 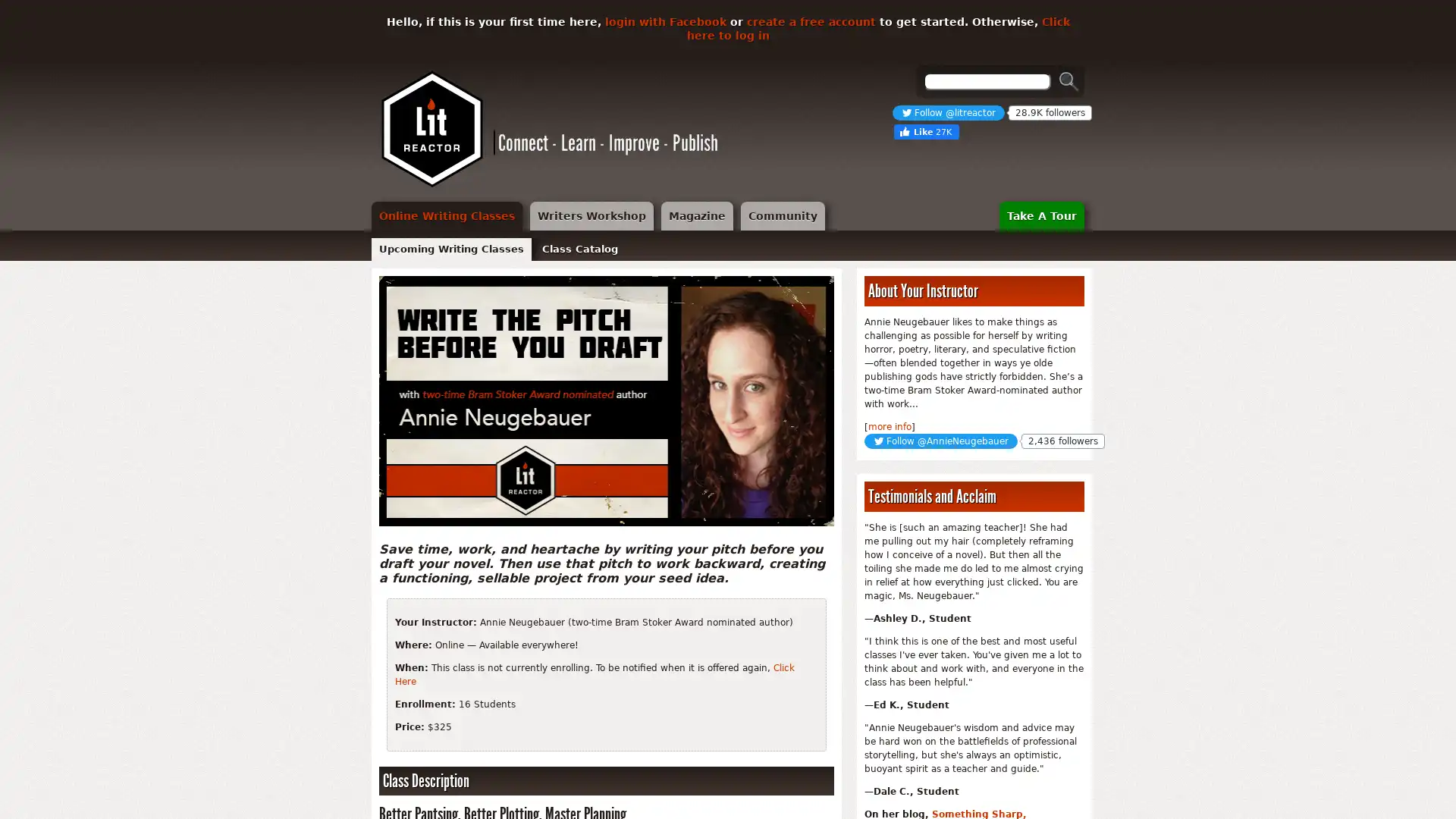 What do you see at coordinates (1068, 81) in the screenshot?
I see `Search` at bounding box center [1068, 81].